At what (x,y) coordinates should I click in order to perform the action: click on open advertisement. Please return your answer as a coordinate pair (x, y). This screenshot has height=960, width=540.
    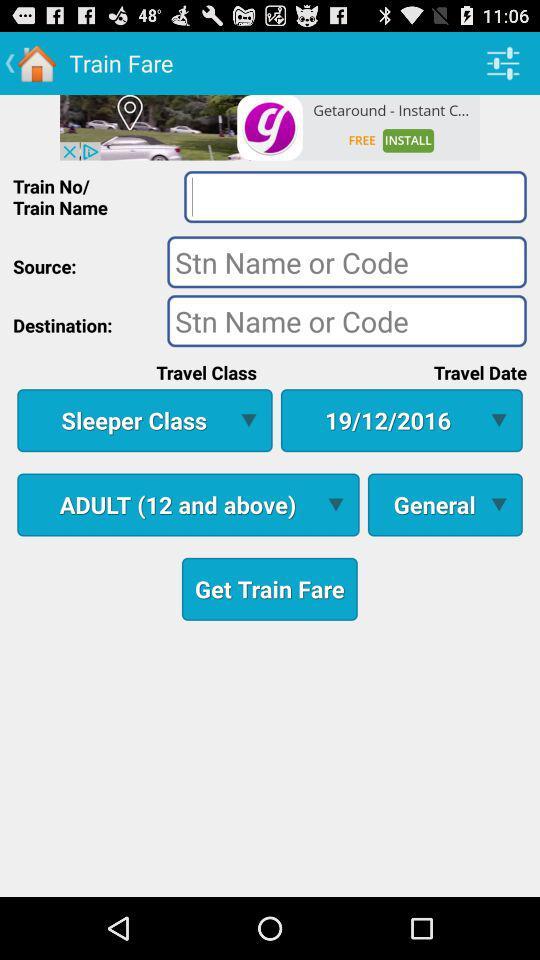
    Looking at the image, I should click on (270, 126).